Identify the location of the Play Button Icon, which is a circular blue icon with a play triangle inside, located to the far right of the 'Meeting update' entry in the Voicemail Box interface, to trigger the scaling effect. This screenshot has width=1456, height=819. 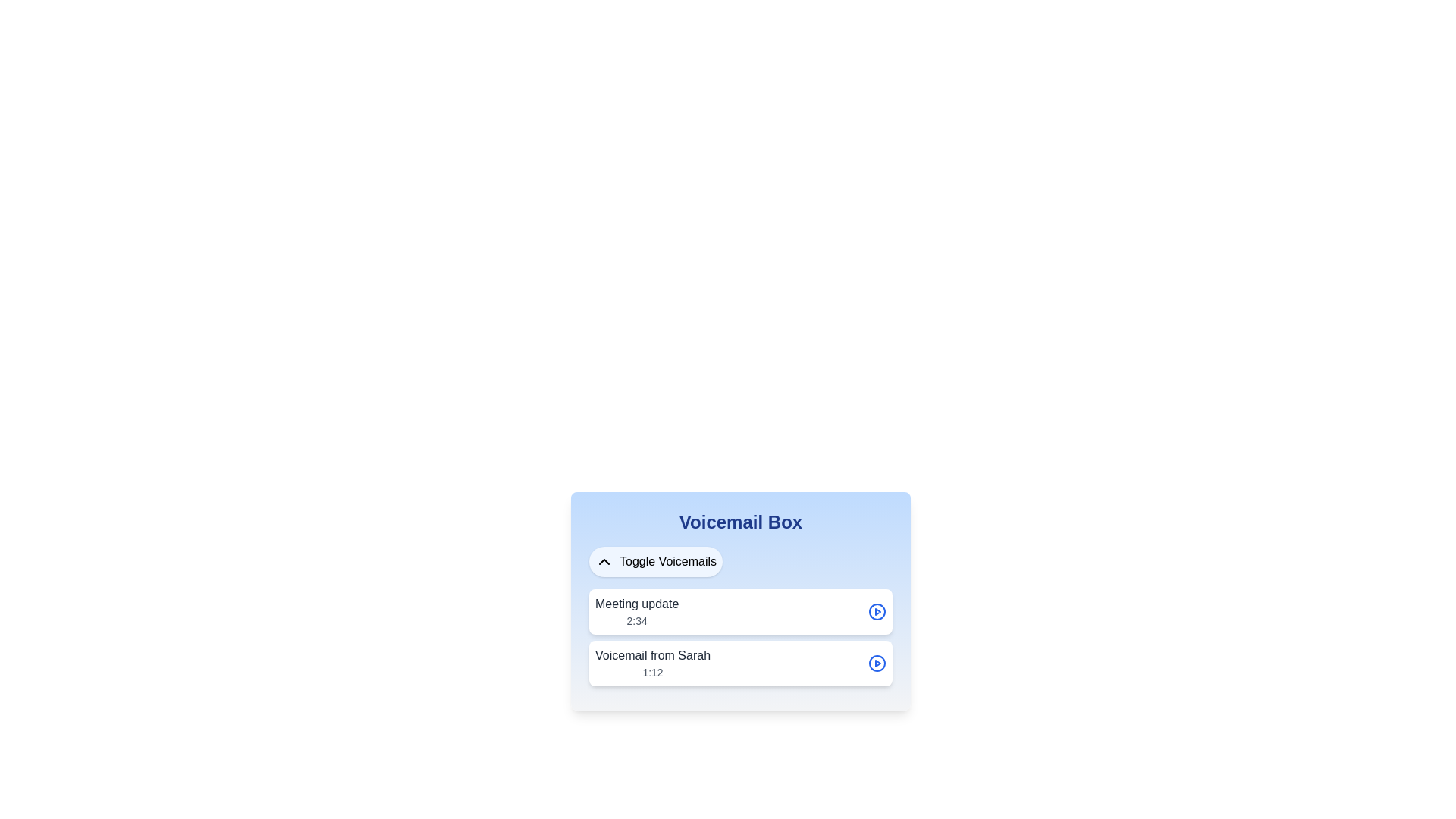
(877, 610).